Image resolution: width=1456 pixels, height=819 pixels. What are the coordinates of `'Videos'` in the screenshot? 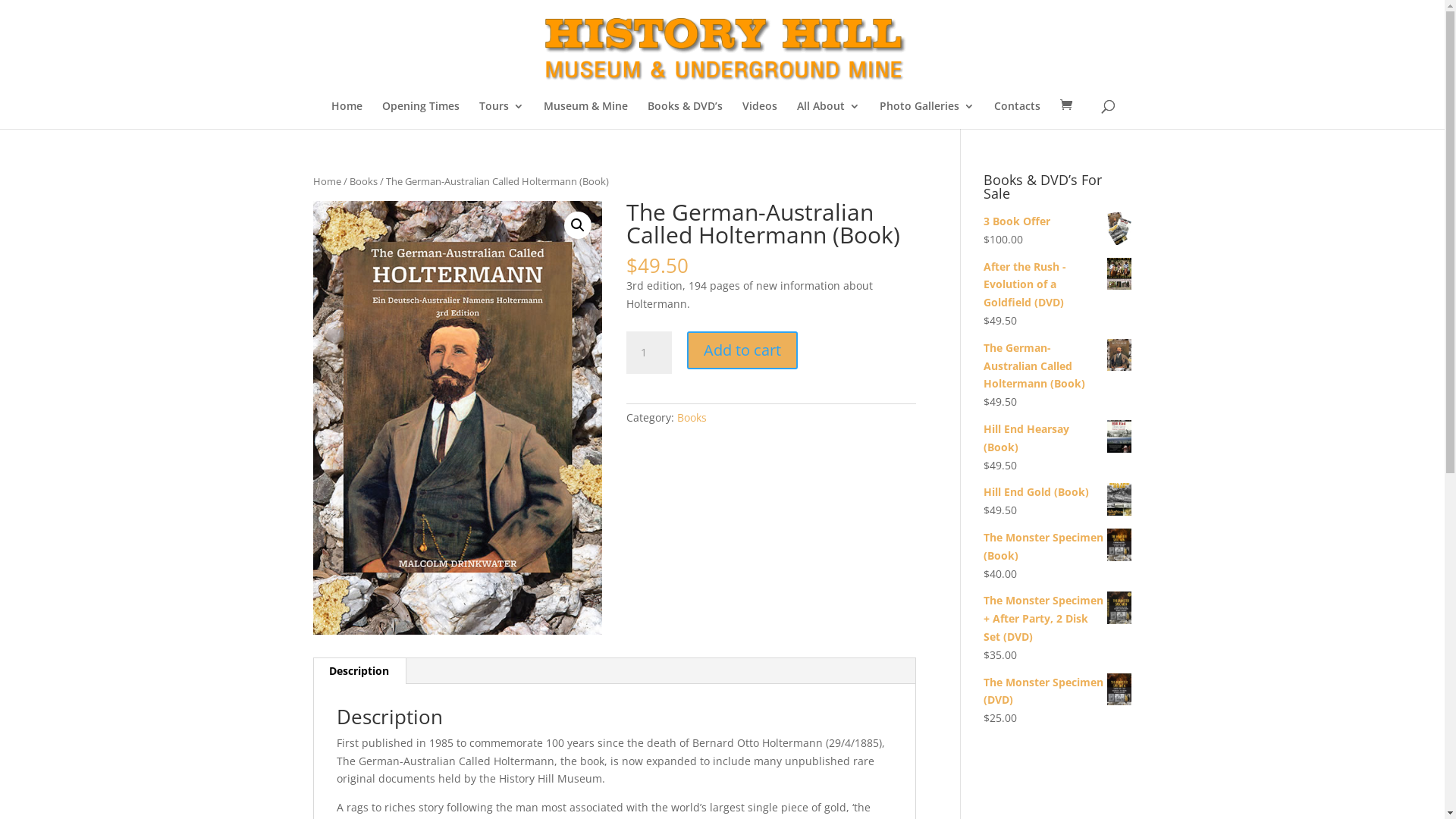 It's located at (742, 114).